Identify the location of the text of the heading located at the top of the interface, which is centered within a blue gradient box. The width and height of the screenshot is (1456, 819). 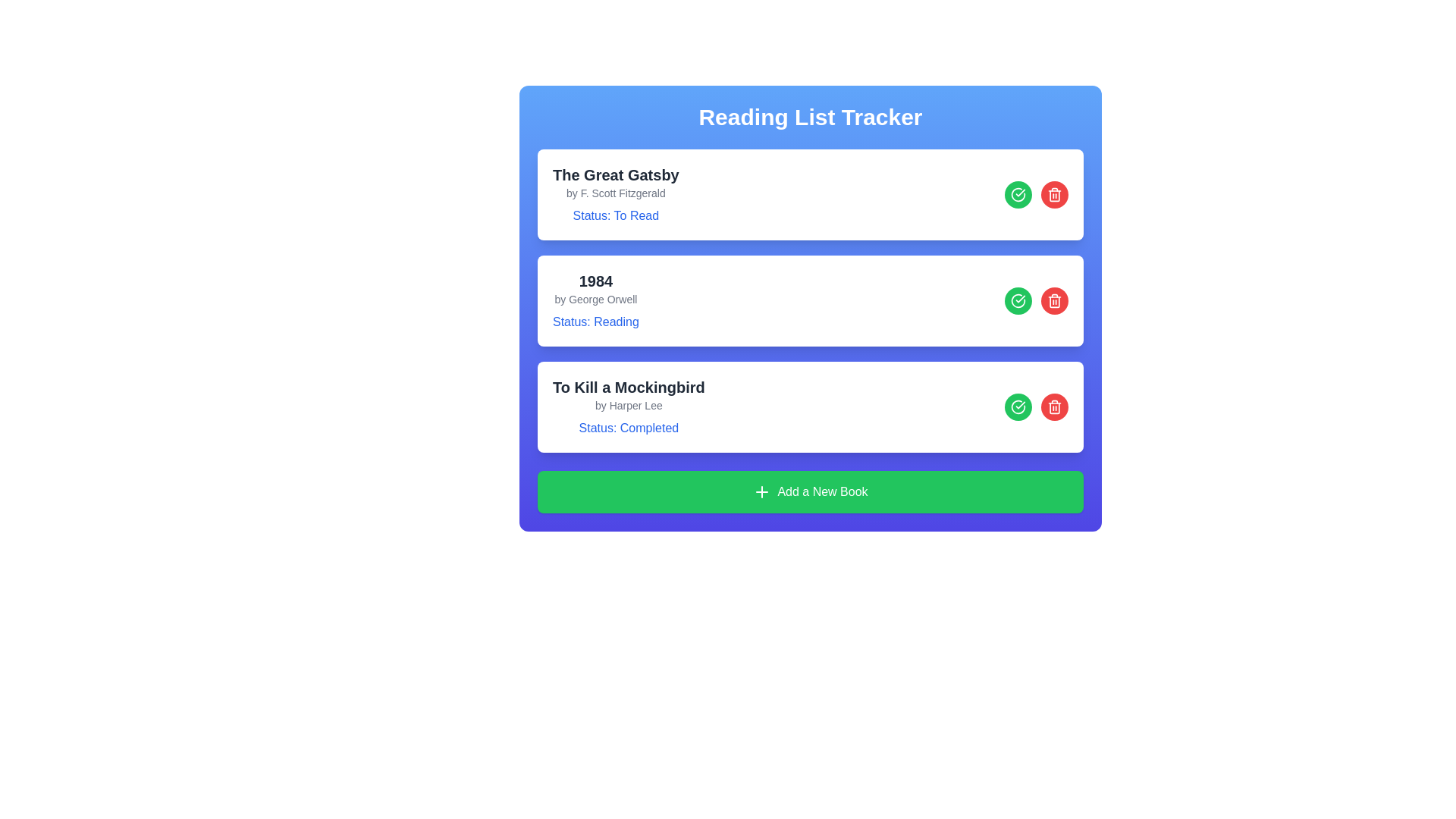
(810, 116).